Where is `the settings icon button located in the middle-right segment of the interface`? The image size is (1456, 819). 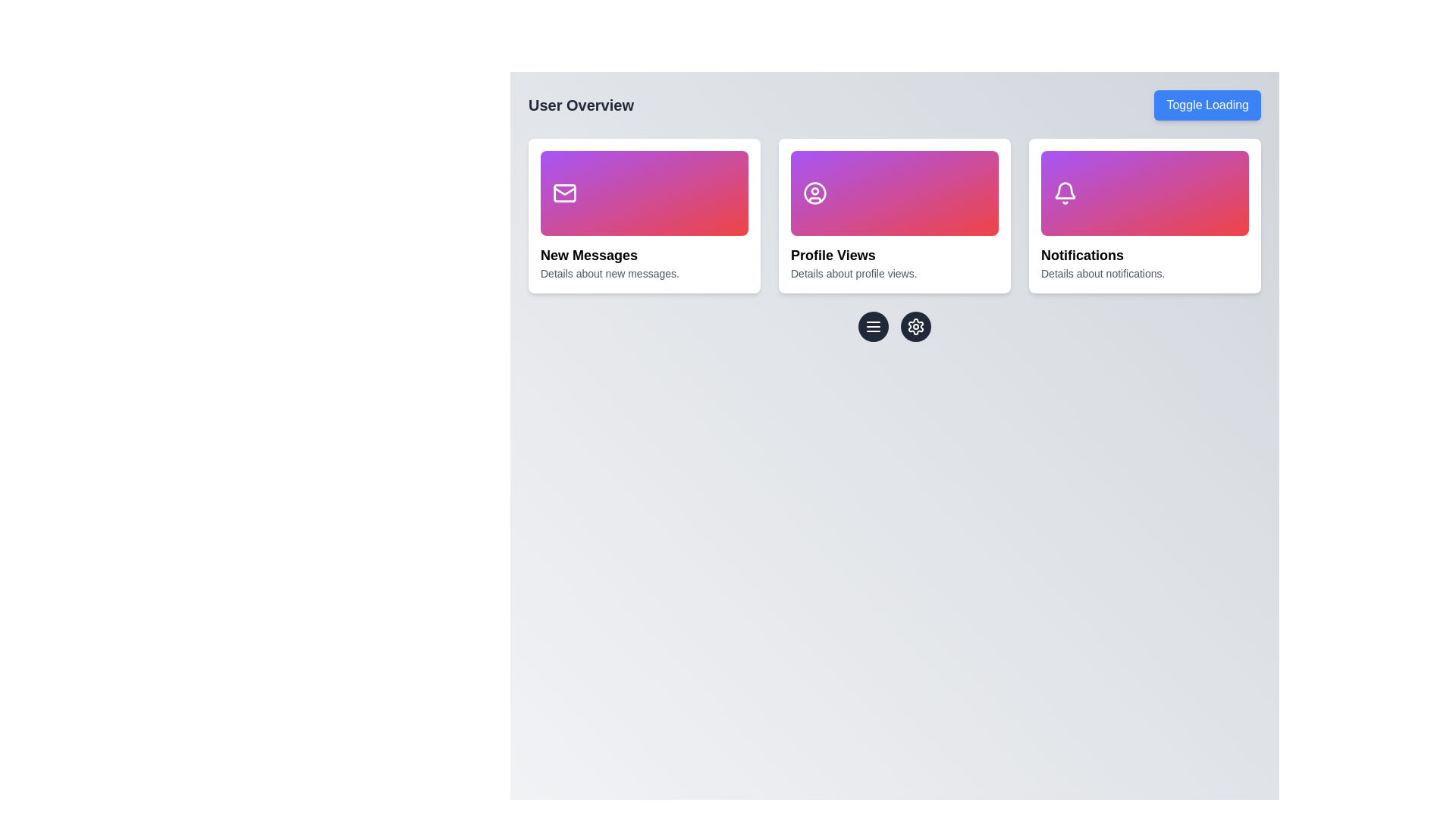 the settings icon button located in the middle-right segment of the interface is located at coordinates (915, 326).